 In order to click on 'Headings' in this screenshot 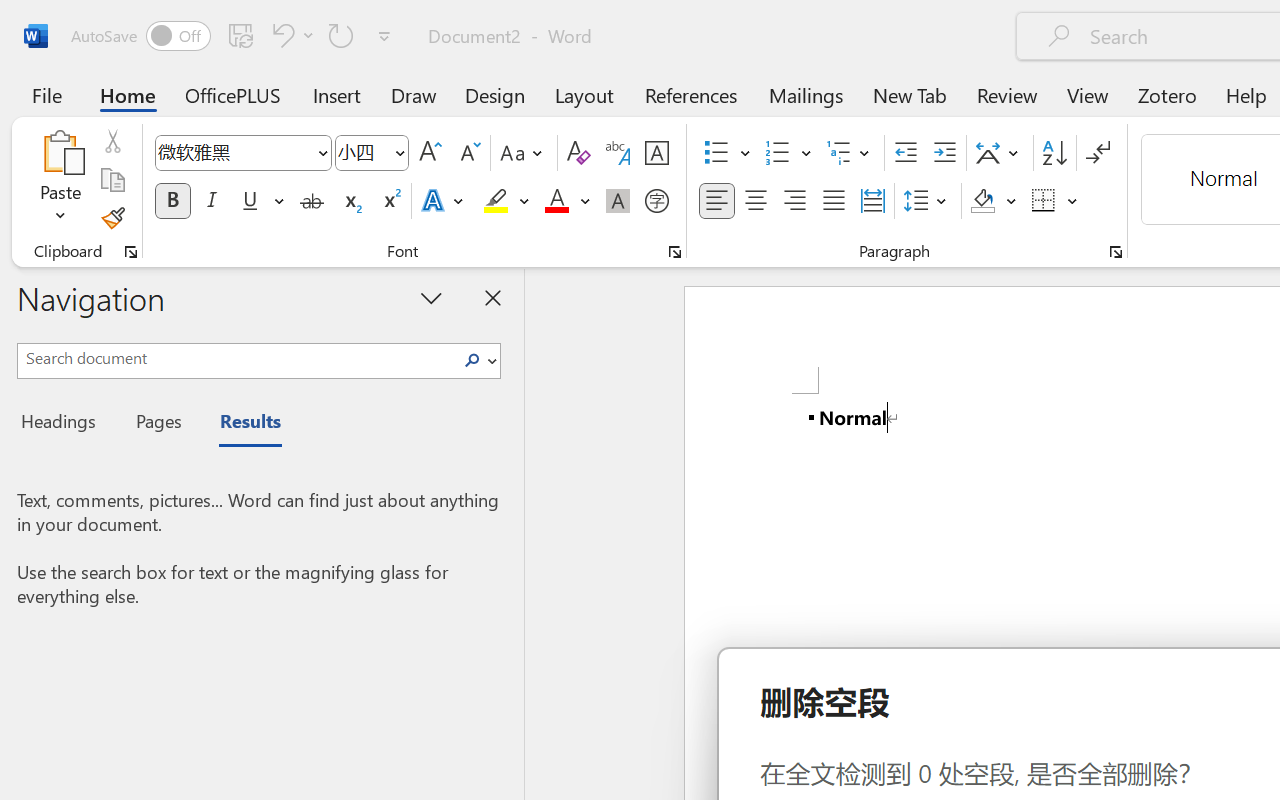, I will do `click(65, 424)`.